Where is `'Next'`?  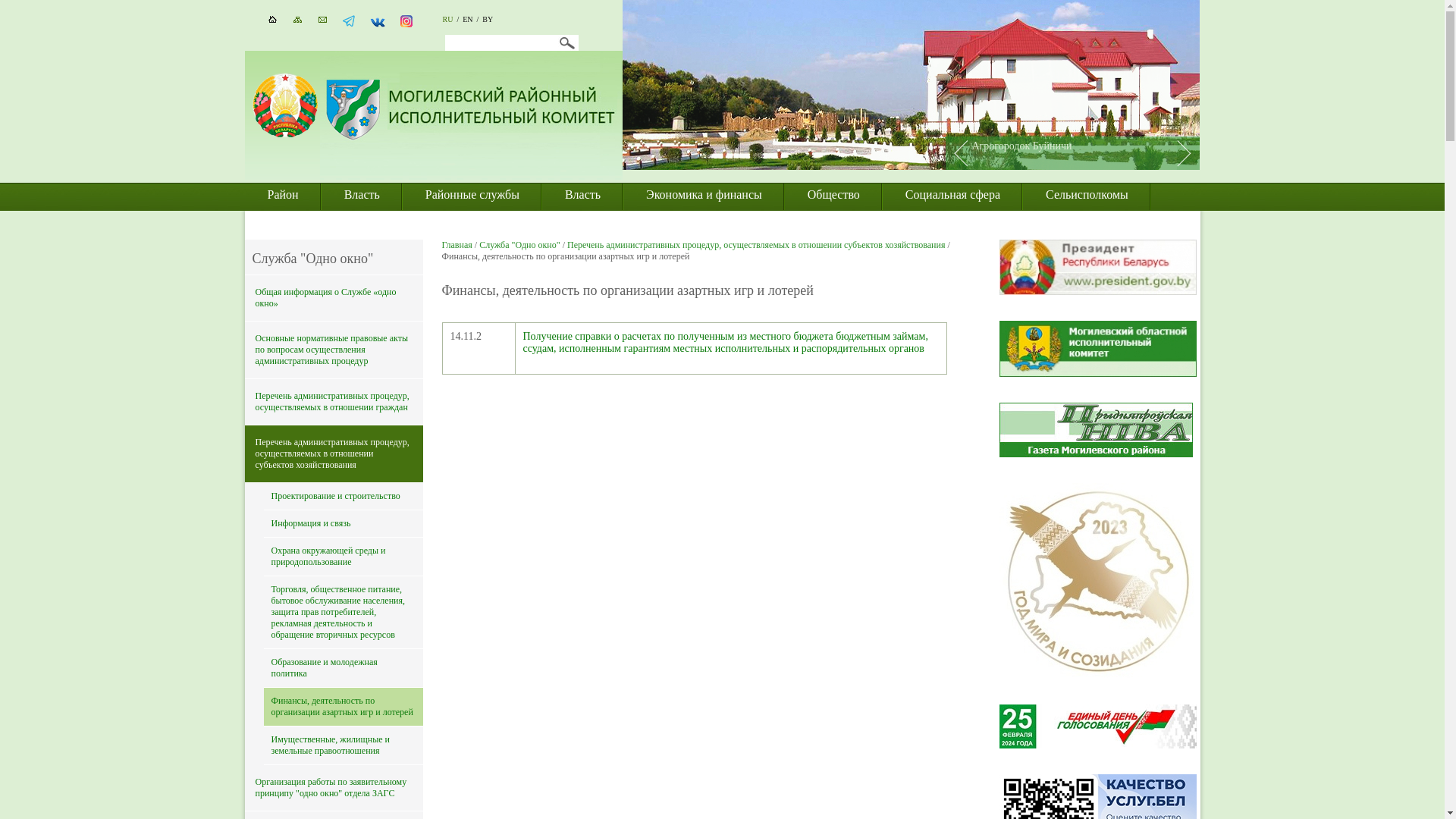
'Next' is located at coordinates (1187, 152).